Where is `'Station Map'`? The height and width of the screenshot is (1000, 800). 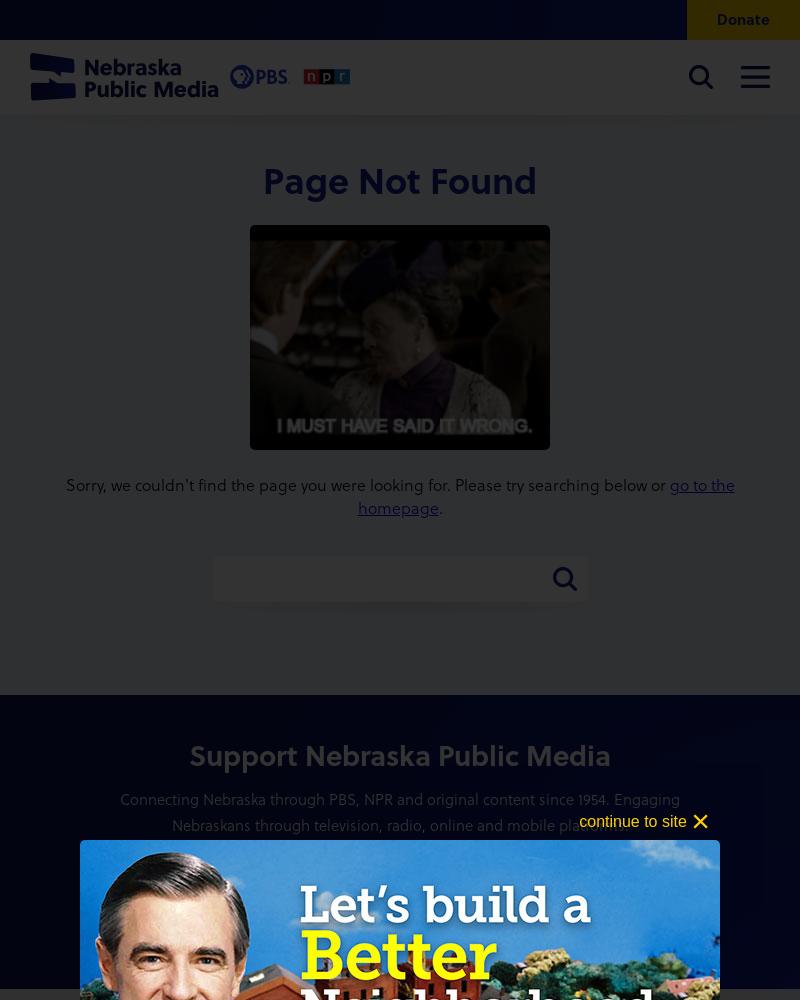 'Station Map' is located at coordinates (30, 416).